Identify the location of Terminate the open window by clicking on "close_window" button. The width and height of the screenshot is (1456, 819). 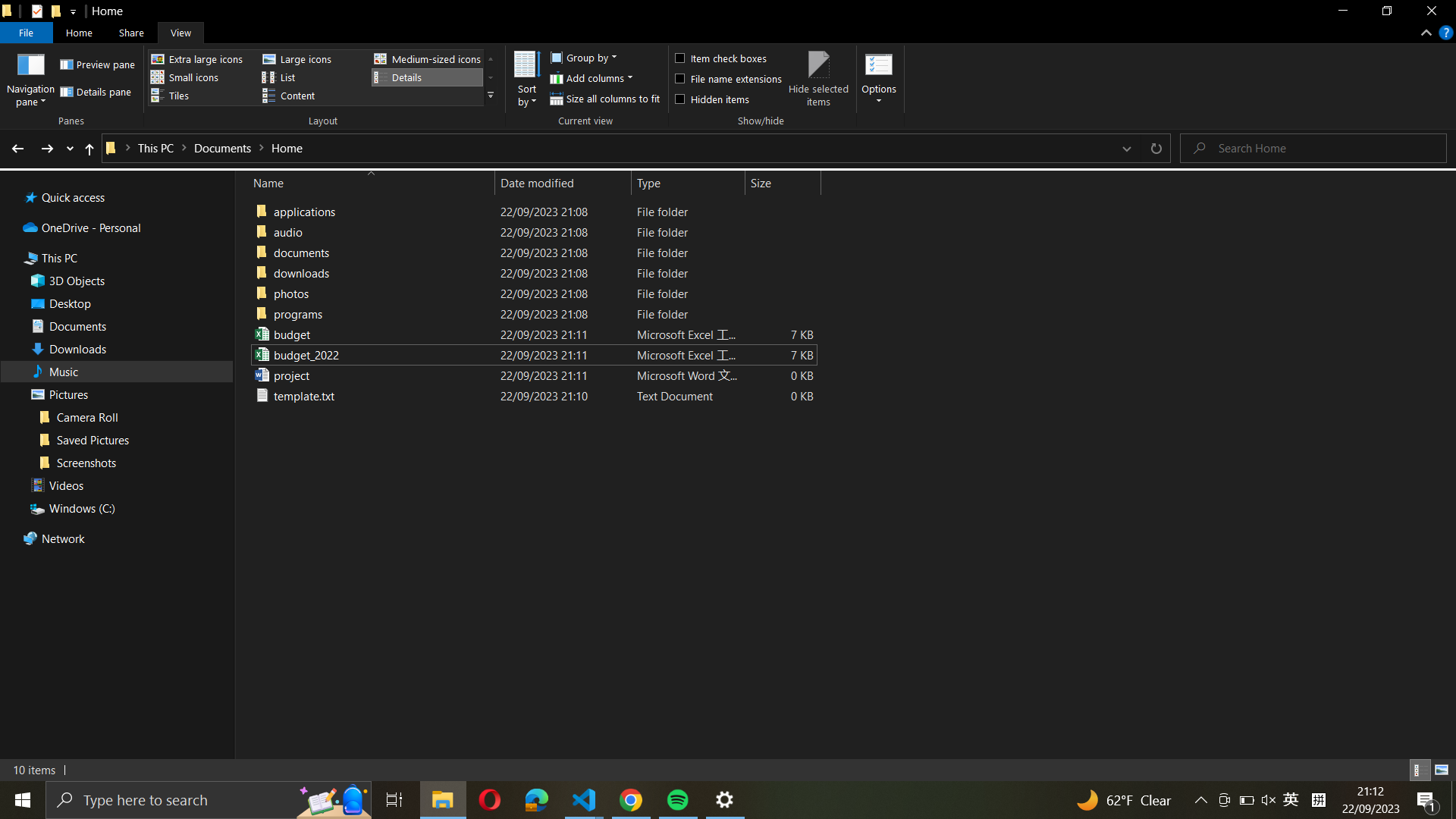
(1430, 13).